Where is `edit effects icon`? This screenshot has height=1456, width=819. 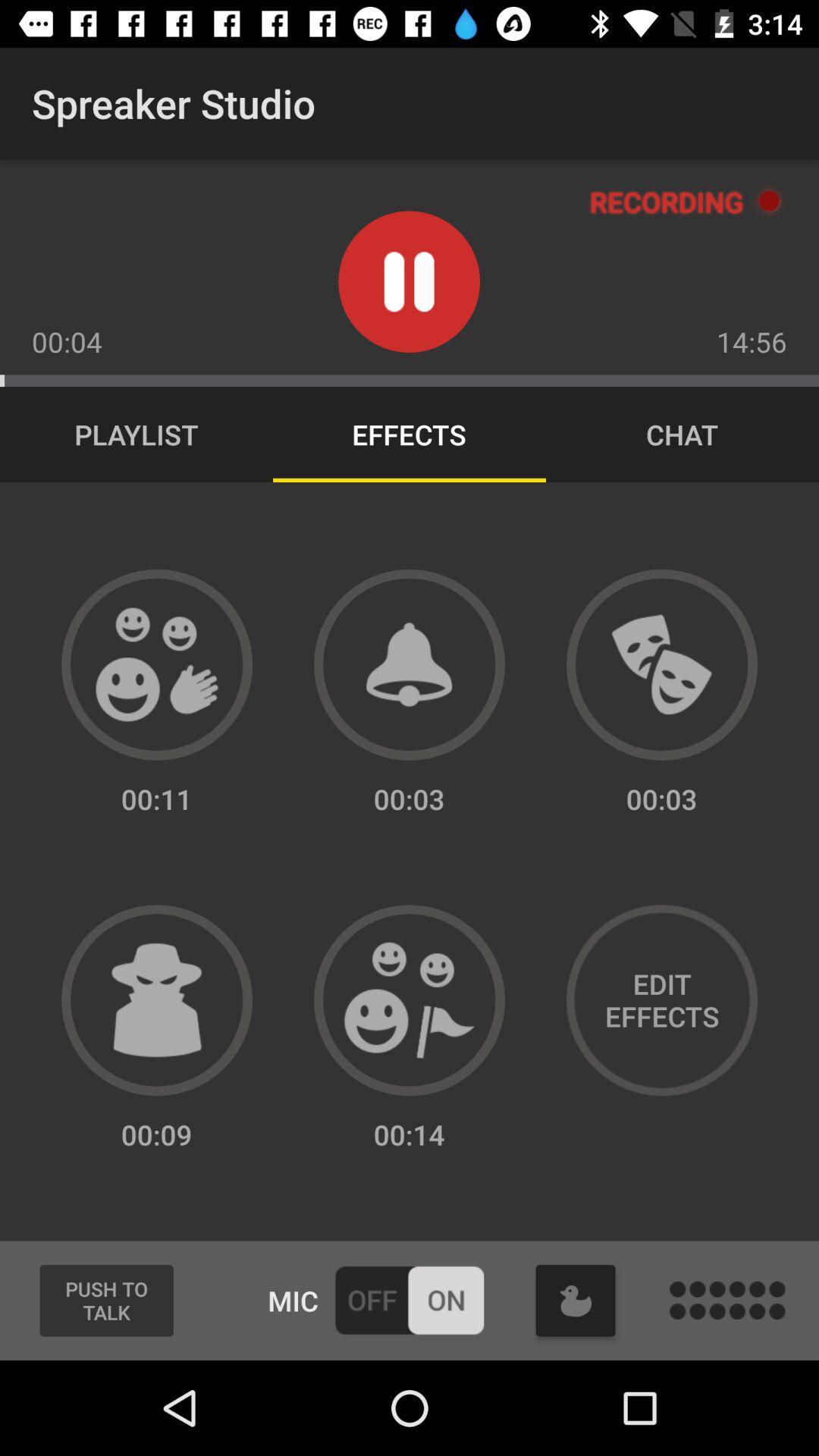 edit effects icon is located at coordinates (661, 1000).